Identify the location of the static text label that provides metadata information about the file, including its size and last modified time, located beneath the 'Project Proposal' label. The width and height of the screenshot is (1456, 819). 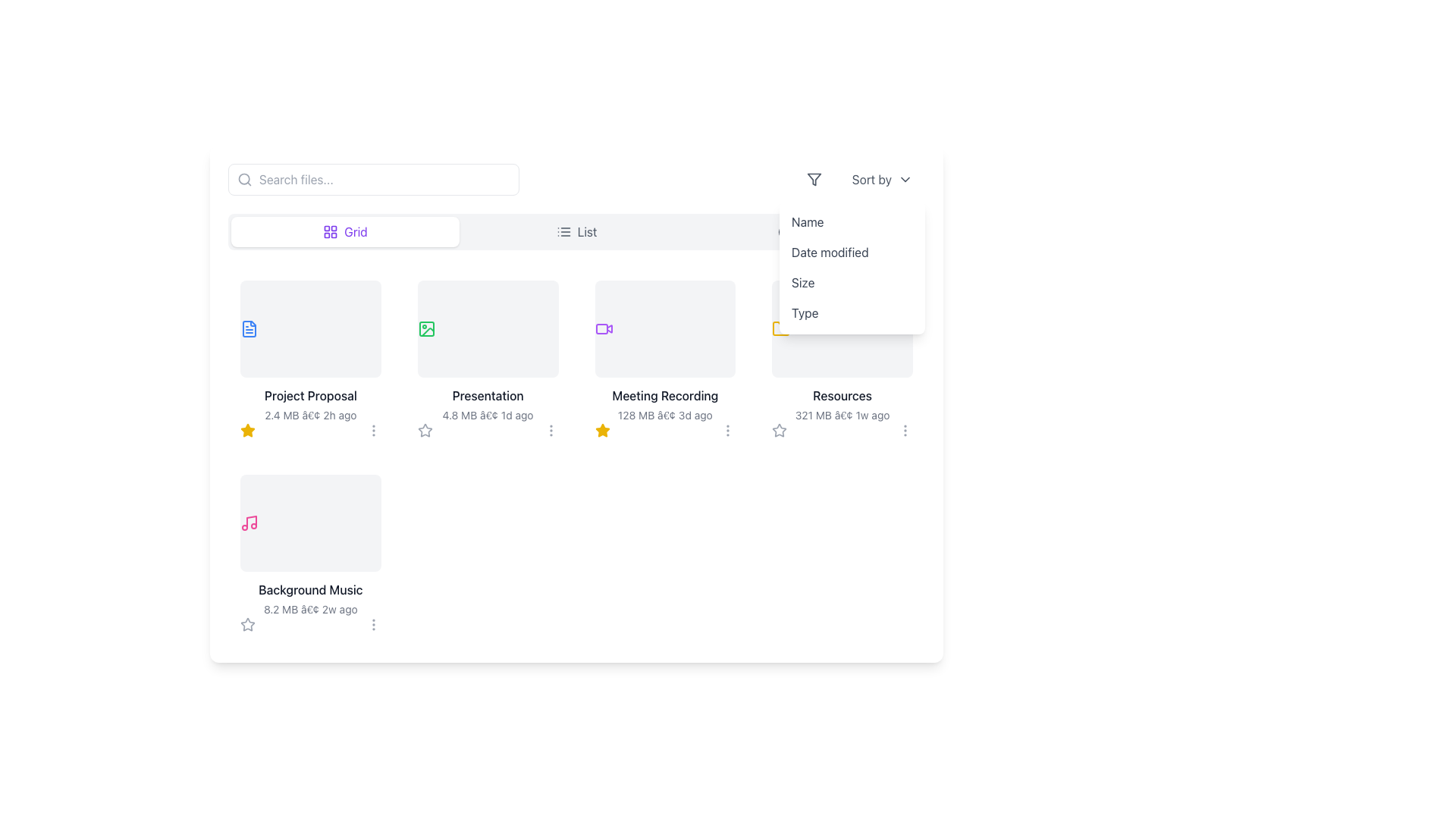
(309, 415).